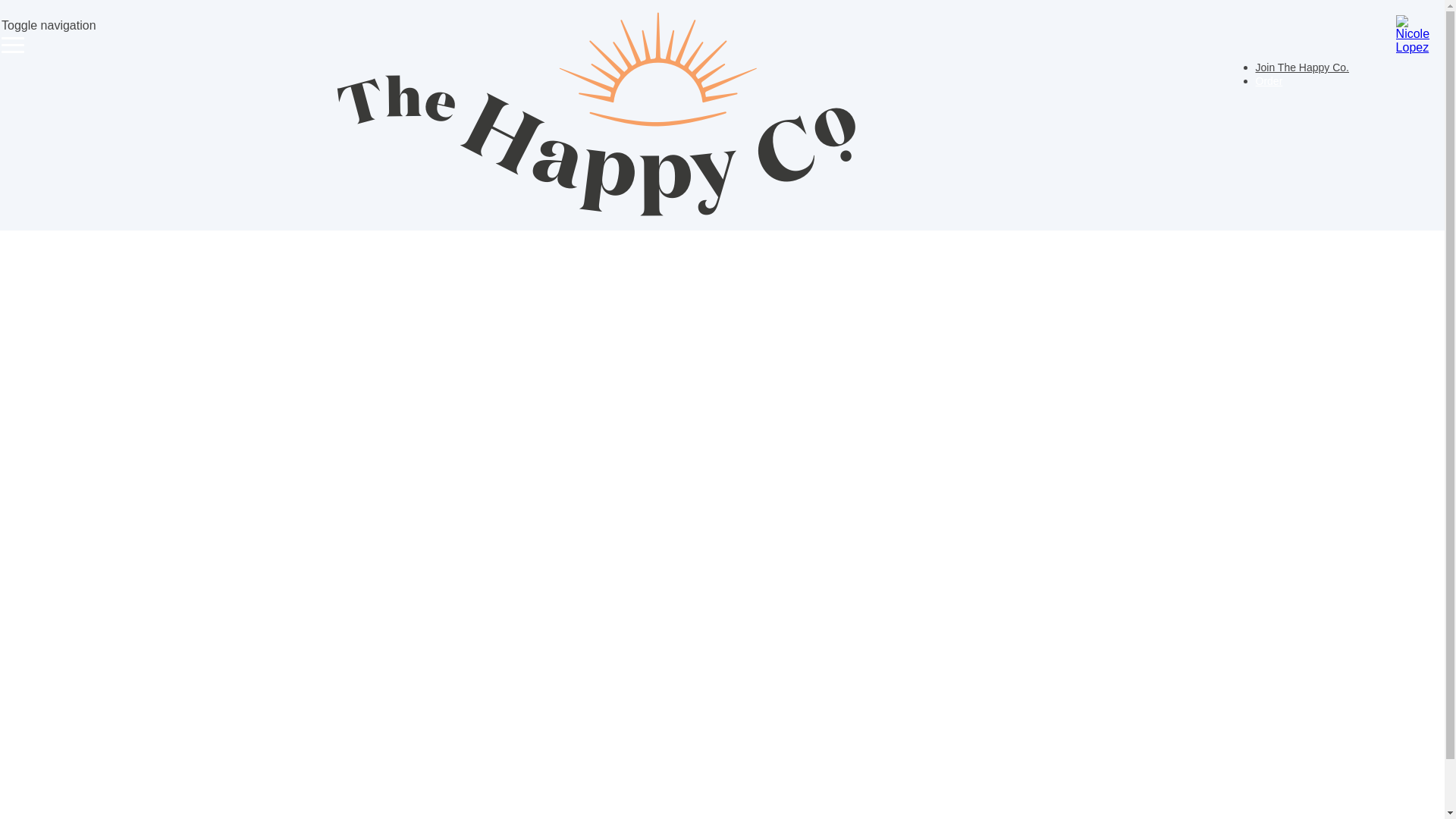 The image size is (1456, 819). I want to click on 'Join The Happy Co.', so click(1301, 66).